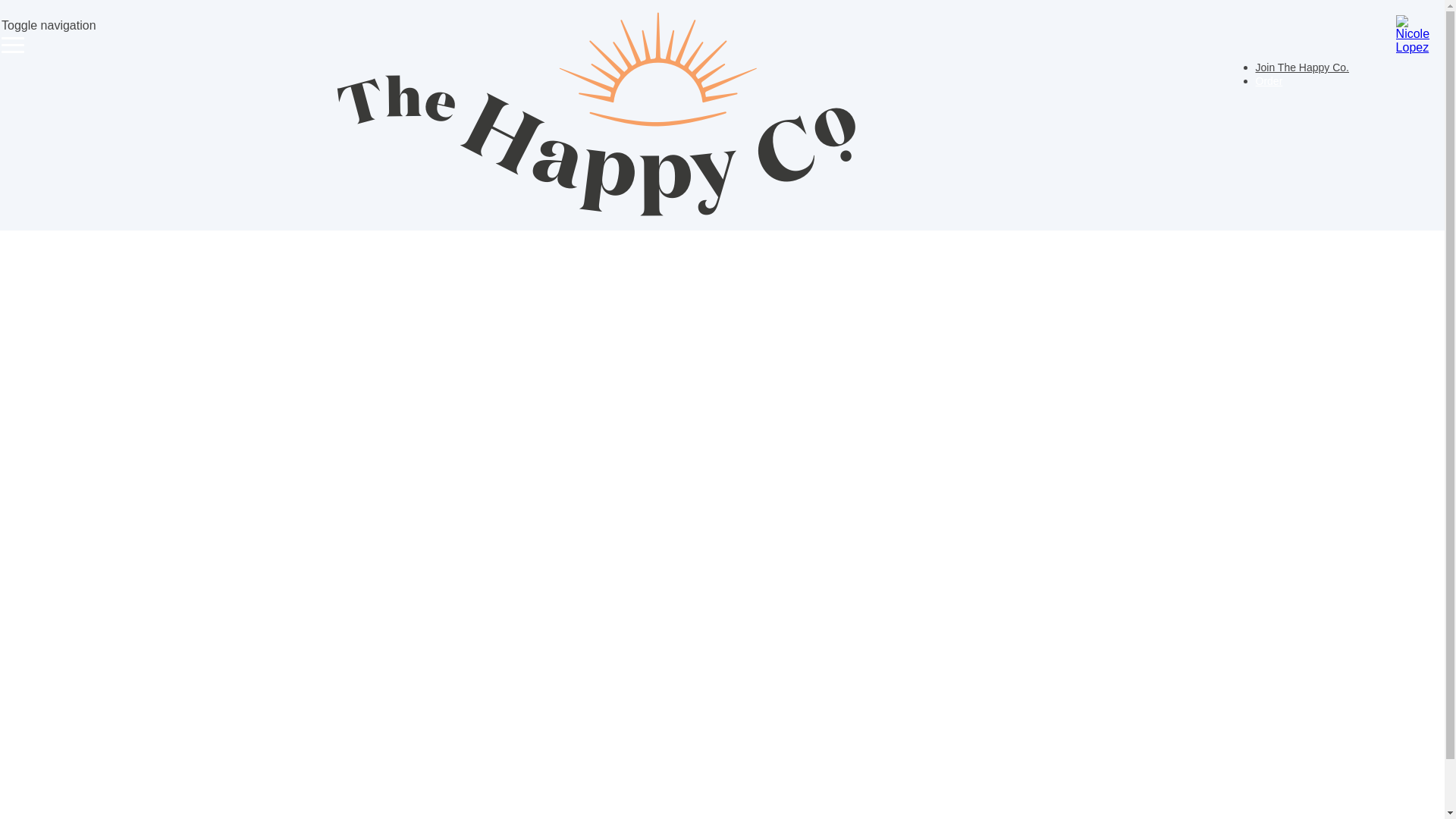 The image size is (1456, 819). I want to click on 'Join The Happy Co.', so click(1301, 66).